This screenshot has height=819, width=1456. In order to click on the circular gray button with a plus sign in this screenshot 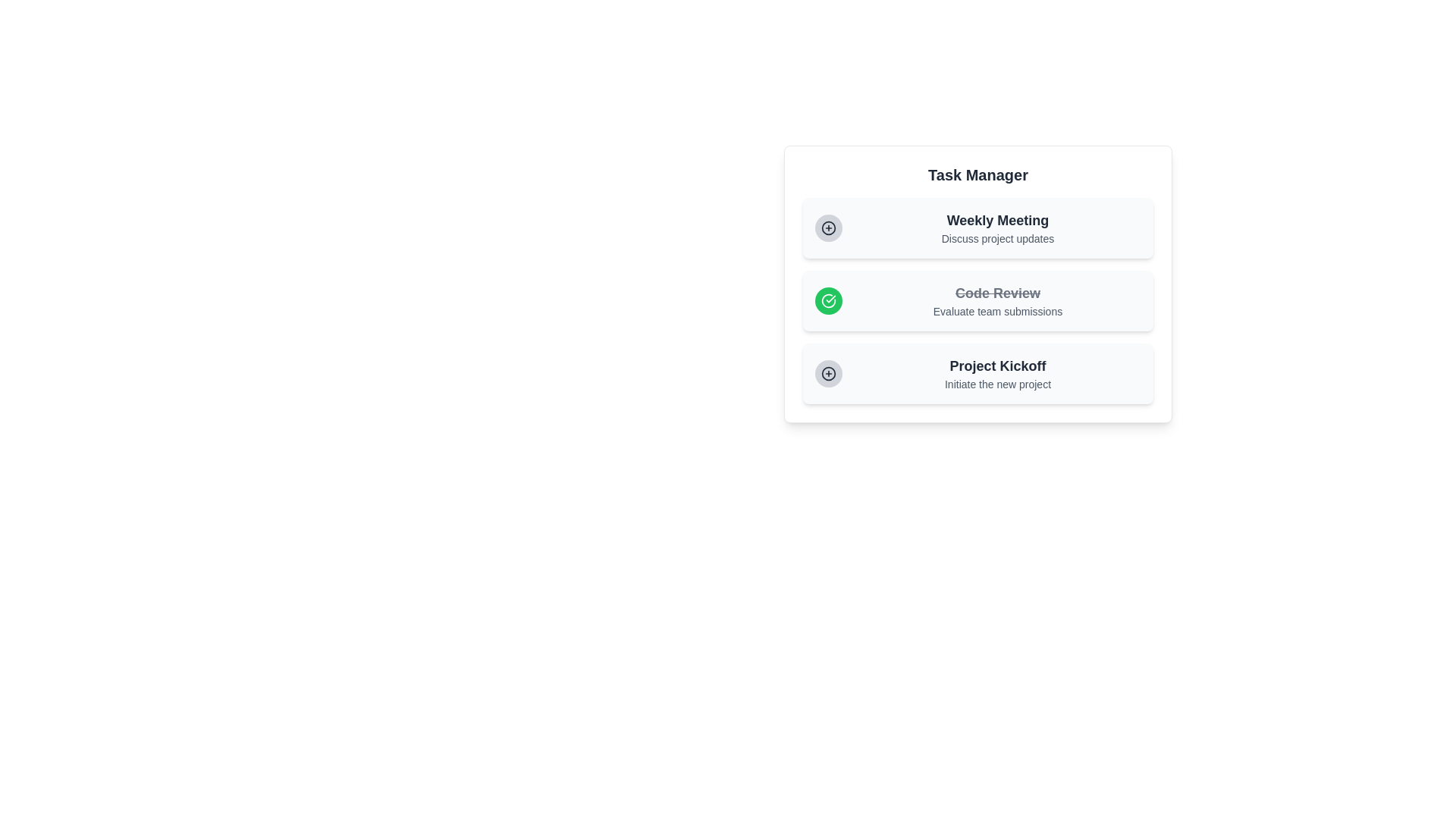, I will do `click(828, 227)`.